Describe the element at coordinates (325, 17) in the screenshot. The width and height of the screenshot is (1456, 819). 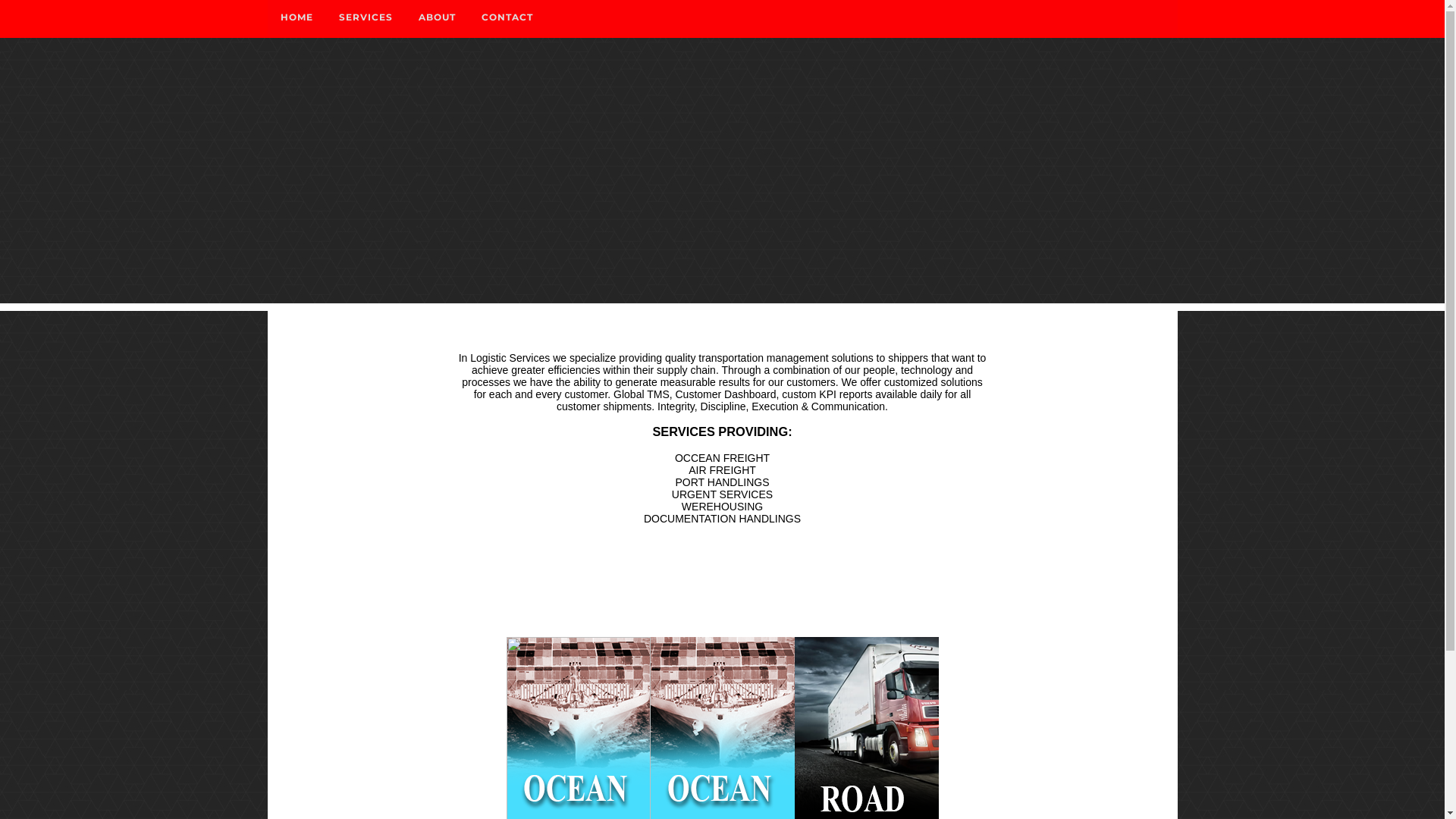
I see `'SERVICES'` at that location.